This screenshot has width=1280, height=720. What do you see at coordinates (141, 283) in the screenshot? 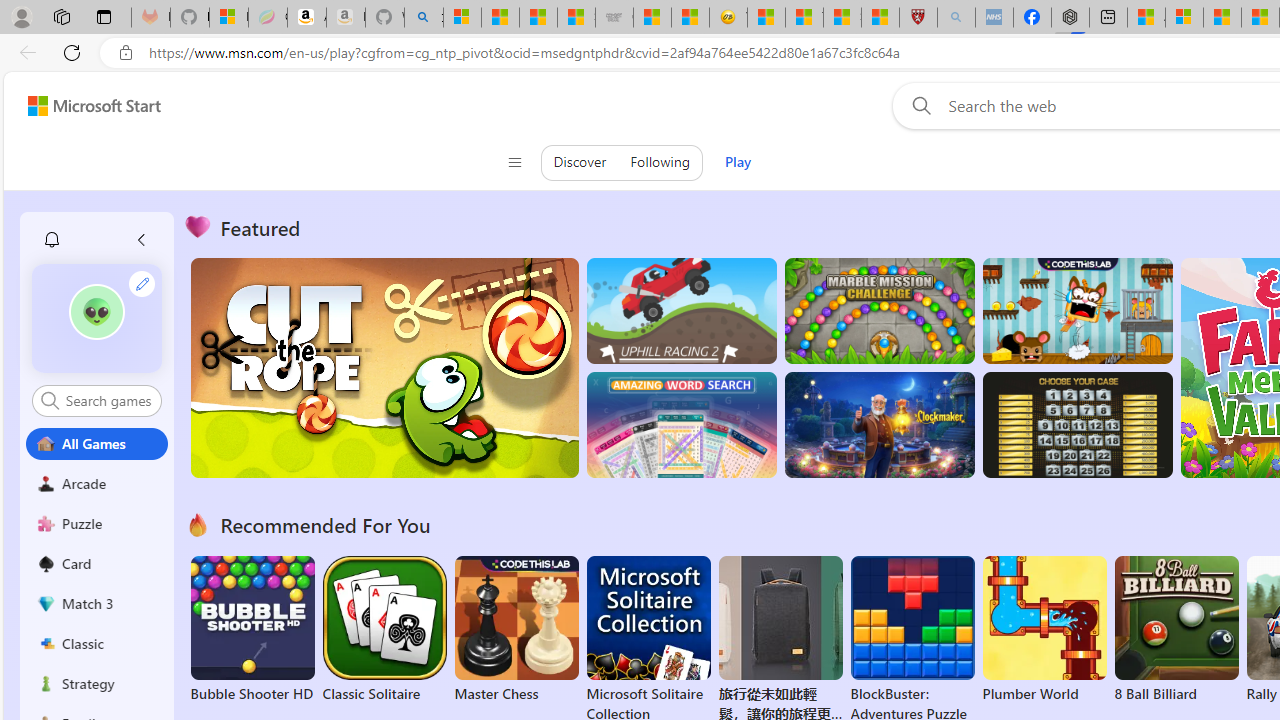
I see `'Class: profile-edit'` at bounding box center [141, 283].